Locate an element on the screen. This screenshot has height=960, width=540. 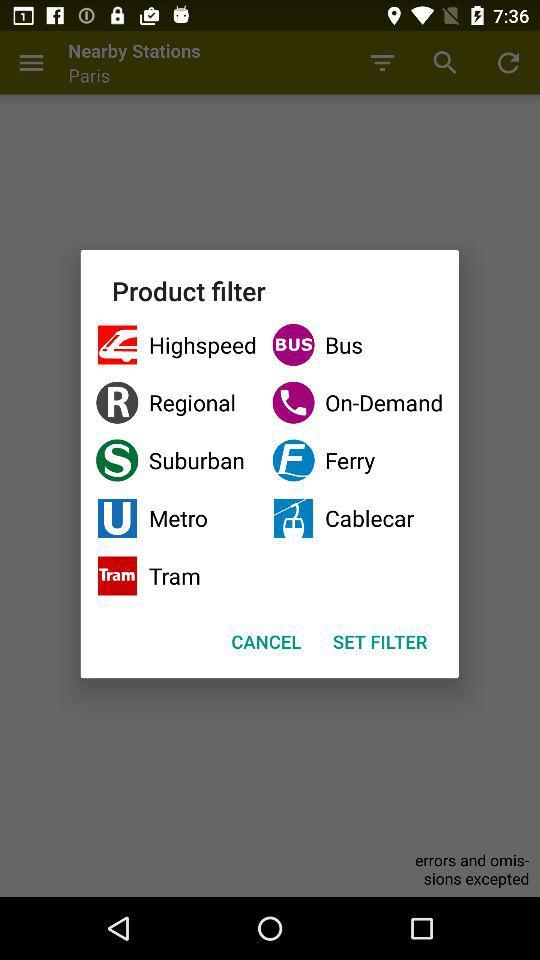
regional is located at coordinates (176, 401).